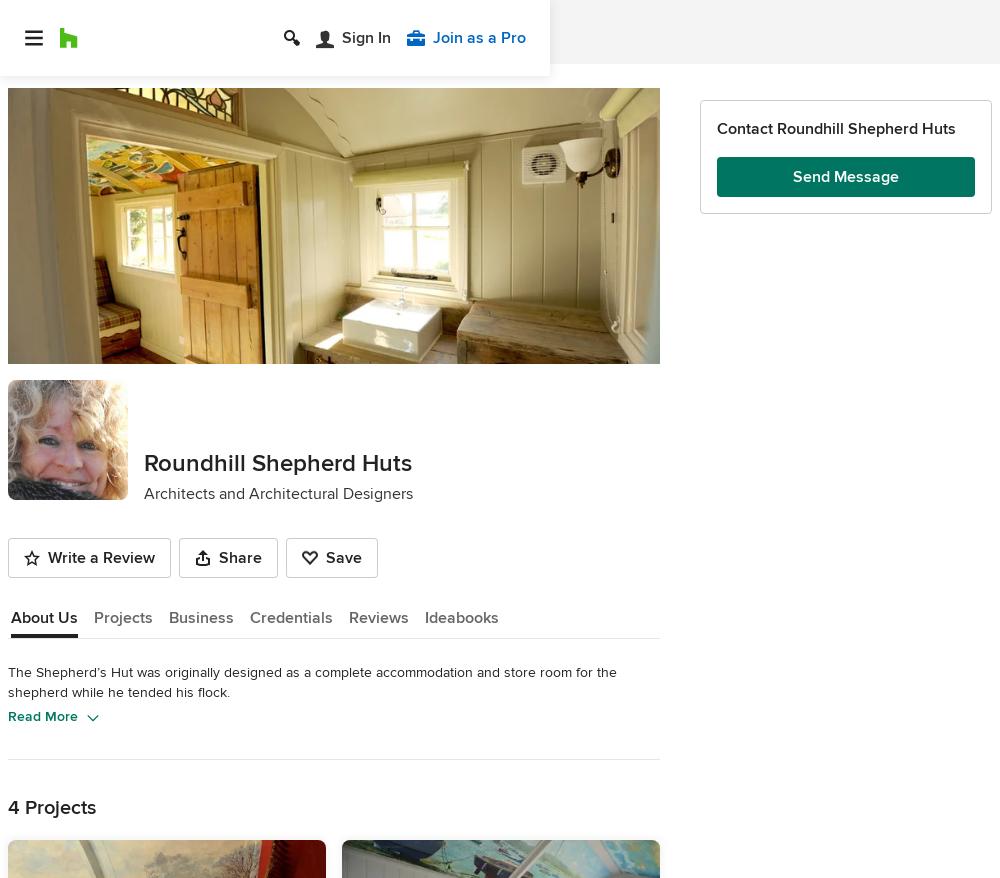  I want to click on 'Save', so click(325, 556).